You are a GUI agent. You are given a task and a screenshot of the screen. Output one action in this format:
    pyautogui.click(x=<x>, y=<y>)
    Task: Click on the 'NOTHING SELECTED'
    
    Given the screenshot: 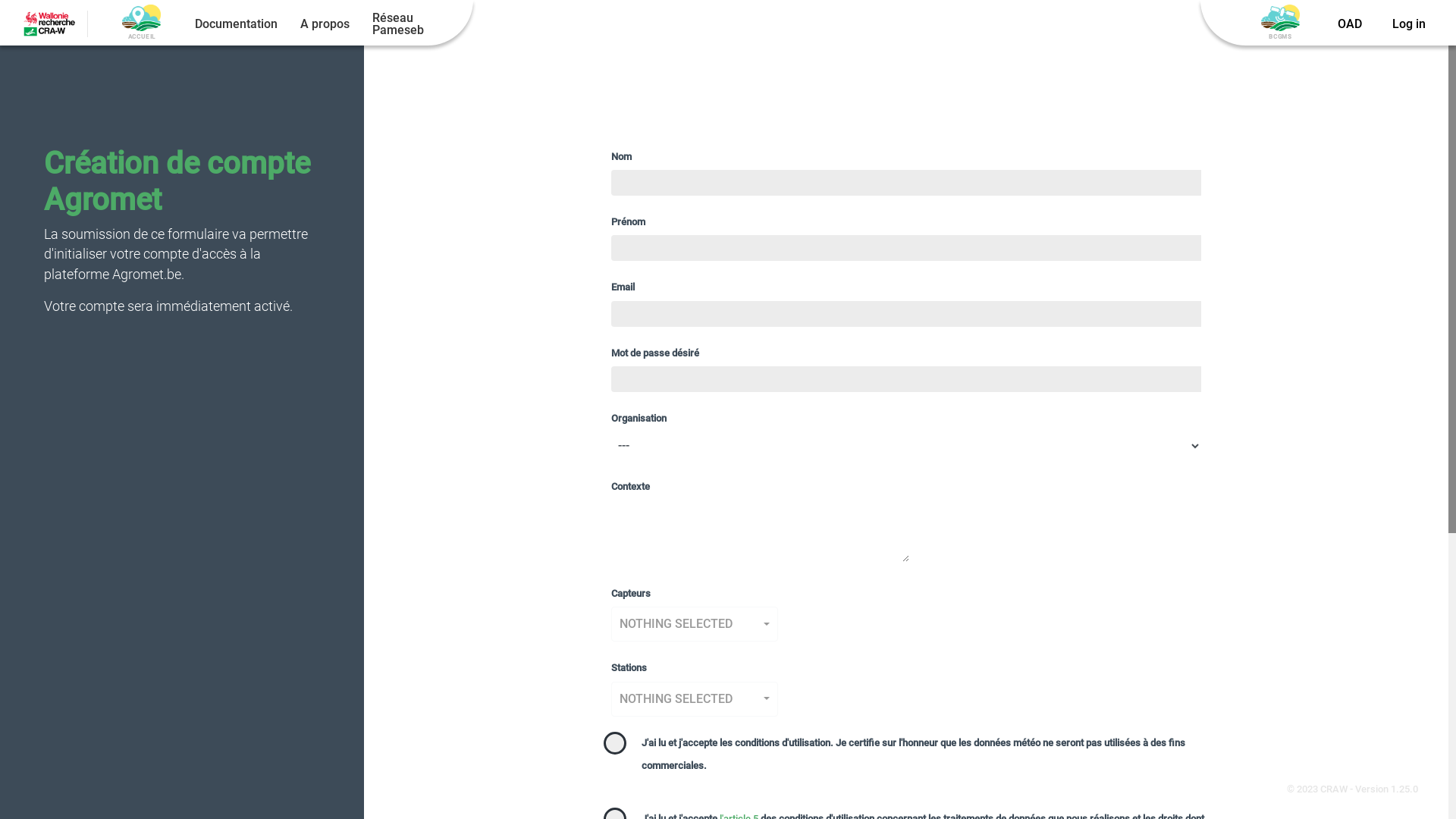 What is the action you would take?
    pyautogui.click(x=694, y=623)
    